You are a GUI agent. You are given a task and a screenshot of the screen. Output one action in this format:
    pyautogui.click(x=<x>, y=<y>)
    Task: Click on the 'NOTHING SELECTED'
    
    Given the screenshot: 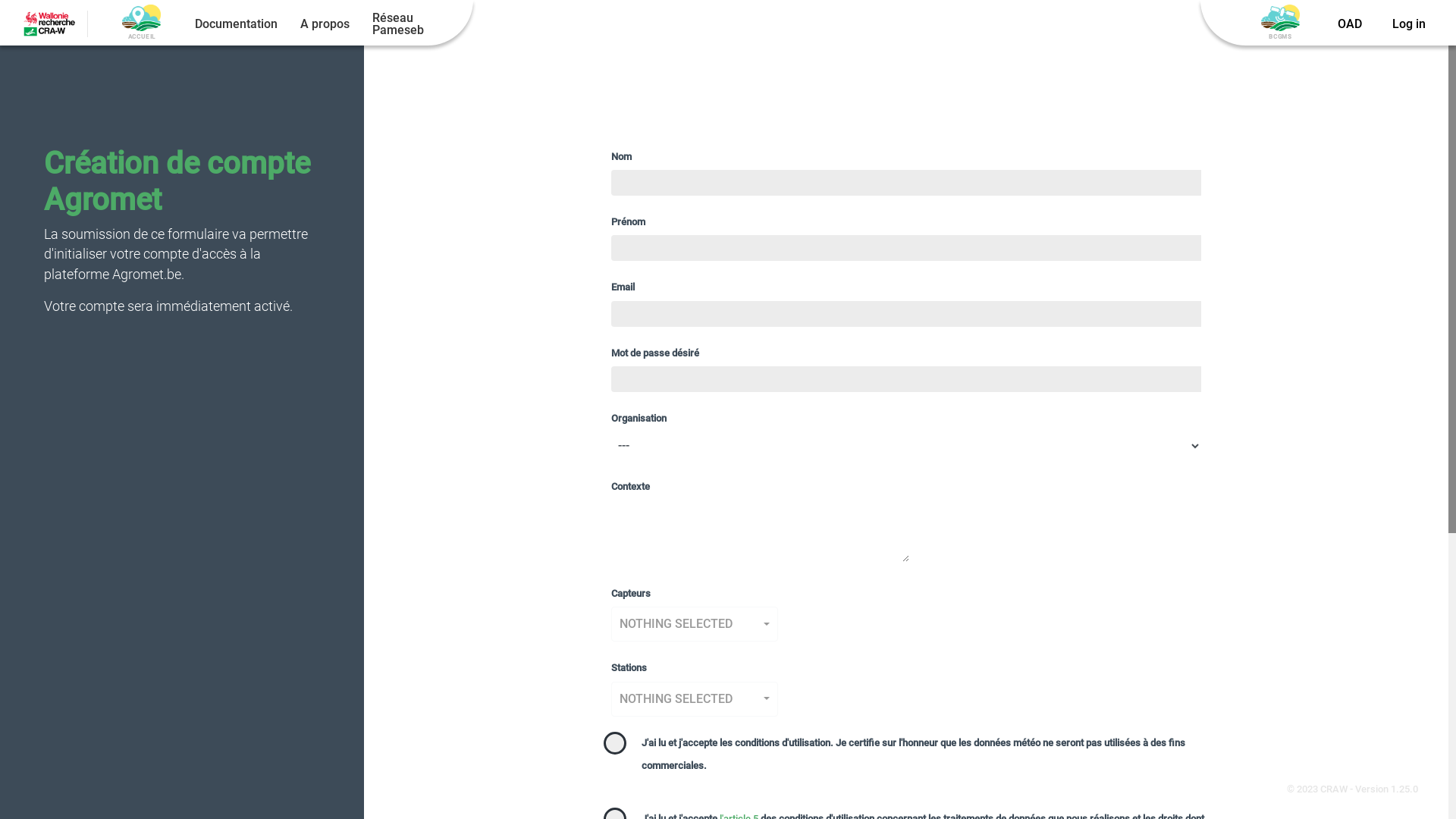 What is the action you would take?
    pyautogui.click(x=694, y=623)
    